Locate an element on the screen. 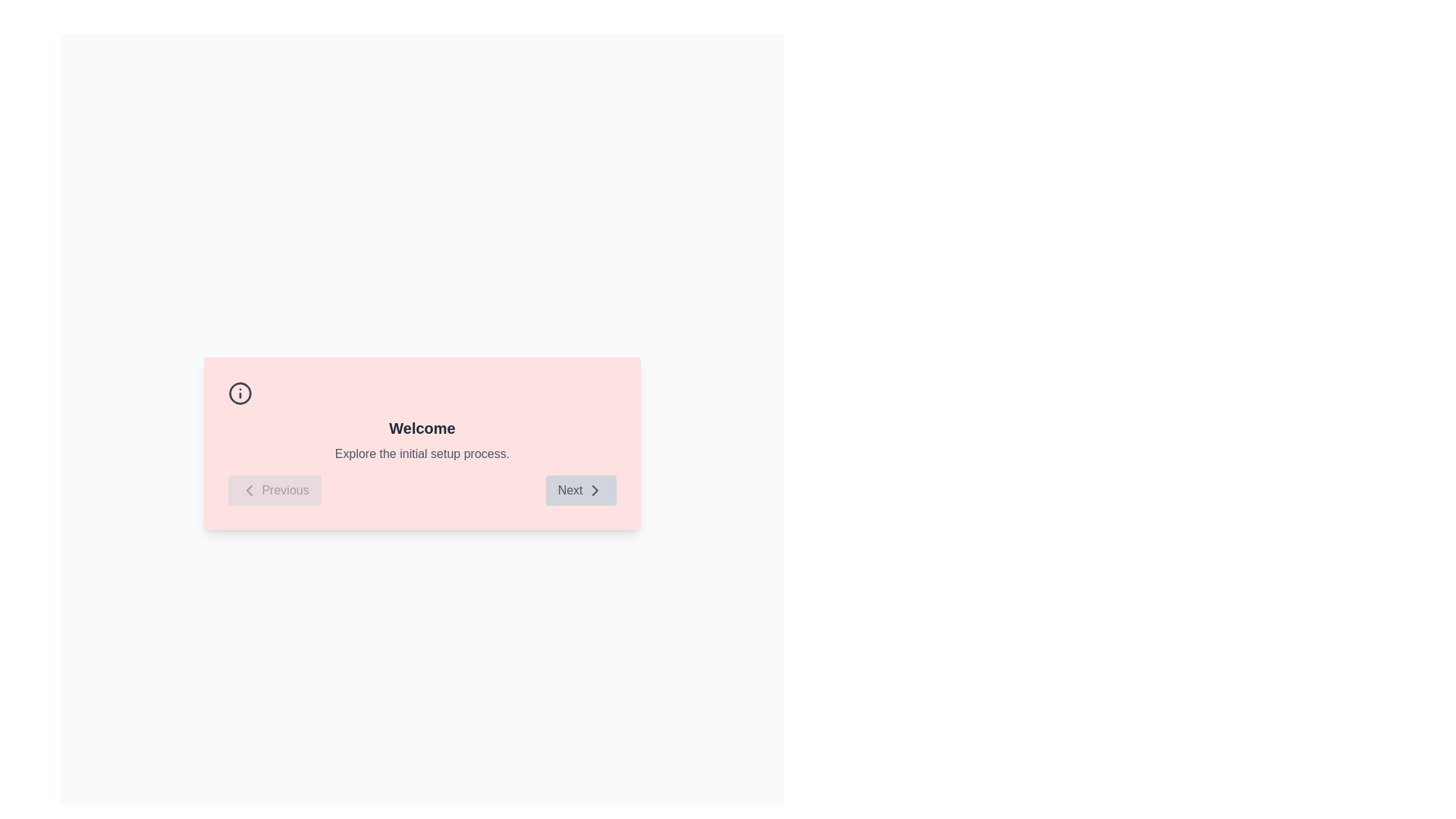 The image size is (1456, 819). the arrow icon located in the bottom right corner of the pink dialog box, which is part of the 'Next' button is located at coordinates (595, 491).